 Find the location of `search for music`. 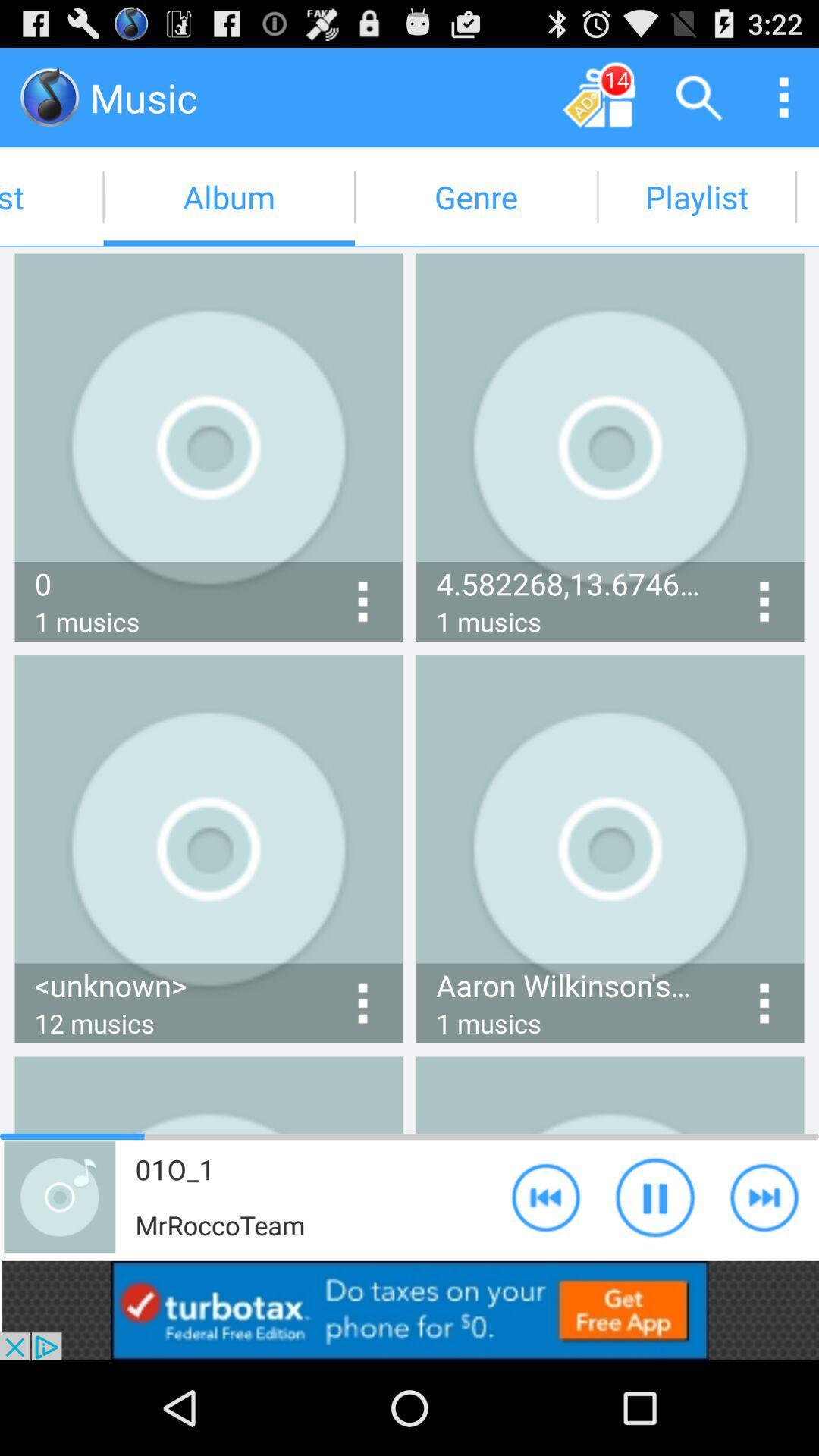

search for music is located at coordinates (699, 96).